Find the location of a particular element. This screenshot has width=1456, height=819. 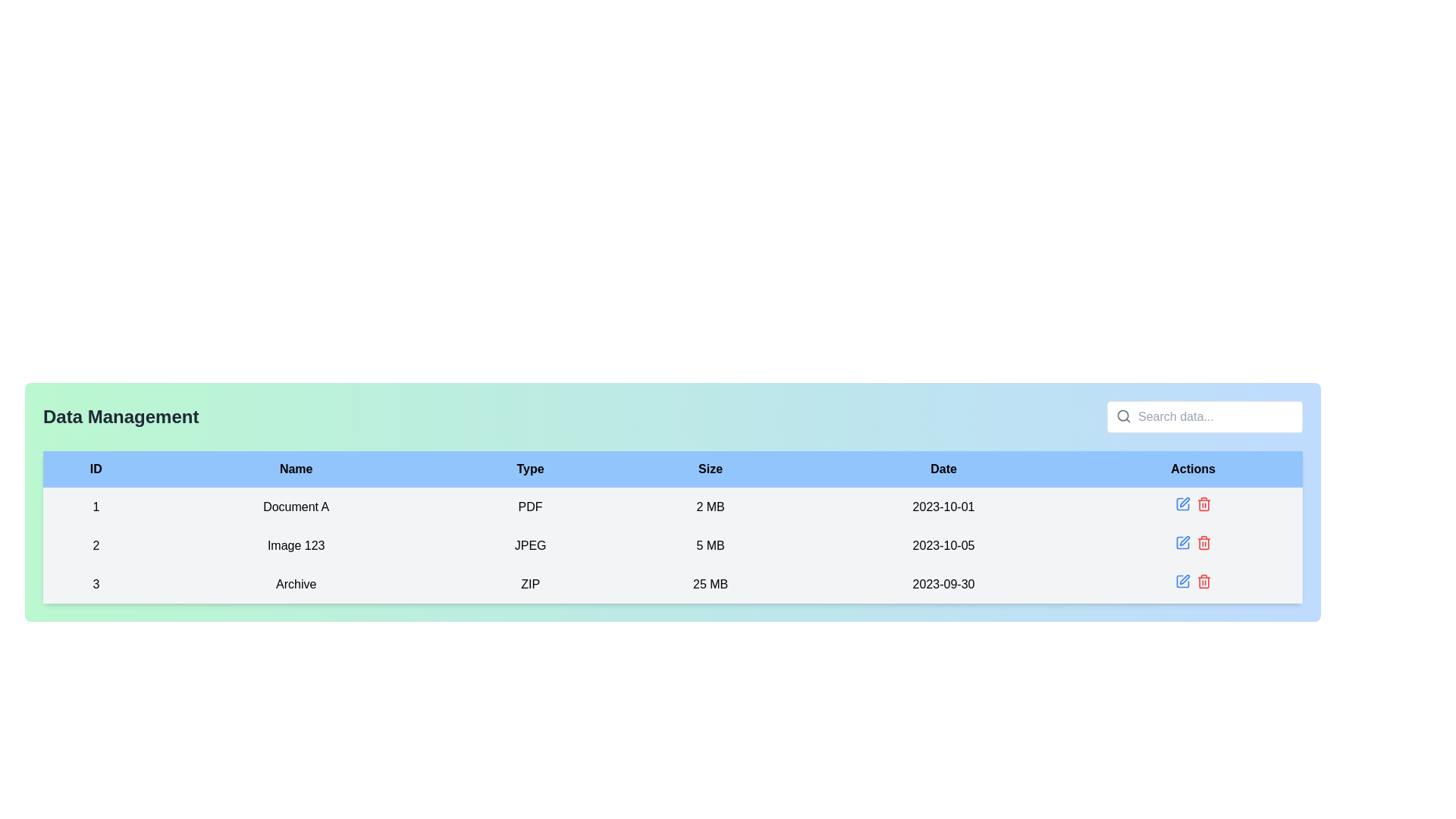

the pen icon located in the actions column of the third row of the data table is located at coordinates (1184, 502).